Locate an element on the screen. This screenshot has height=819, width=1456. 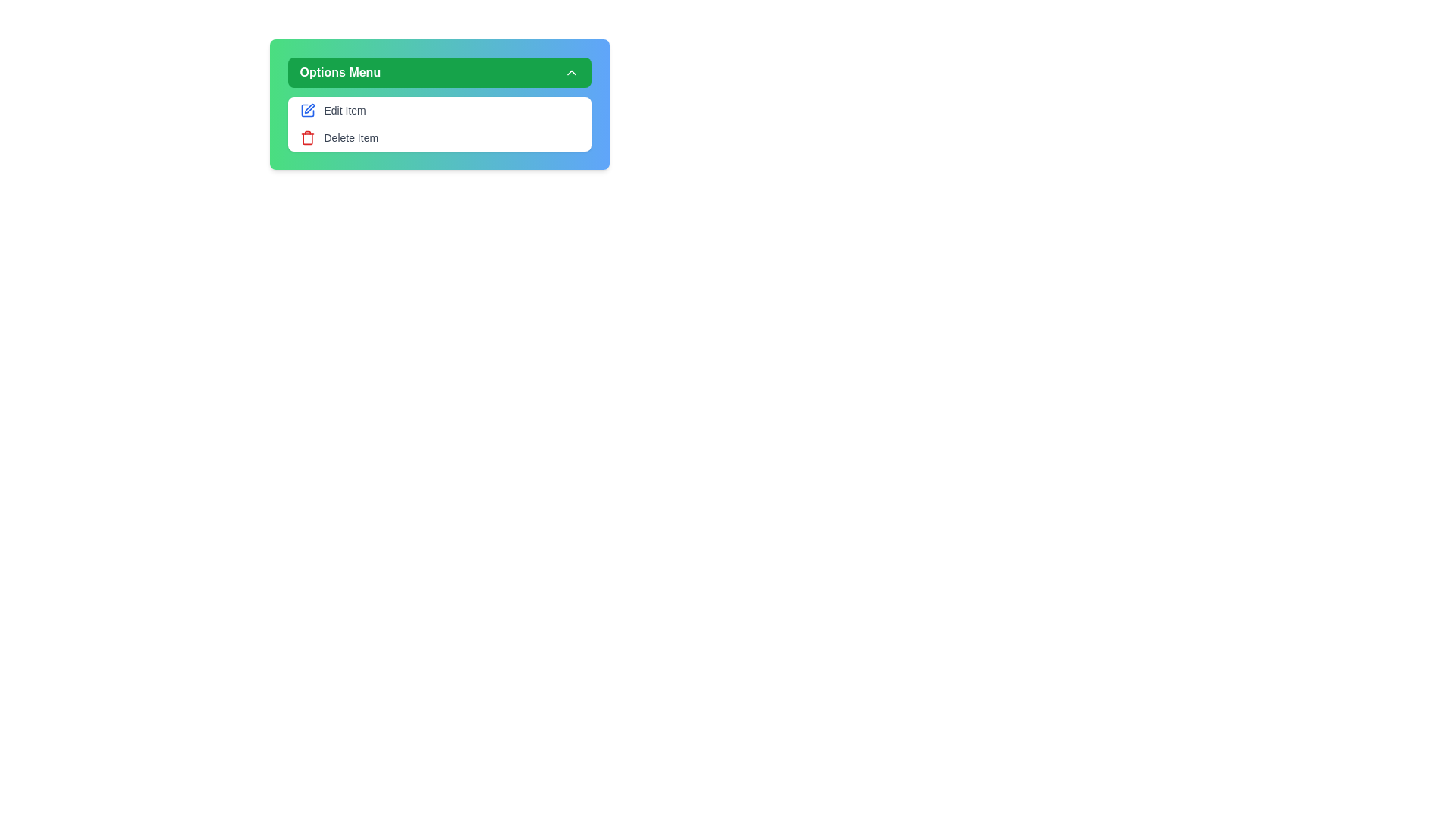
the Edit icon in the menu is located at coordinates (306, 110).